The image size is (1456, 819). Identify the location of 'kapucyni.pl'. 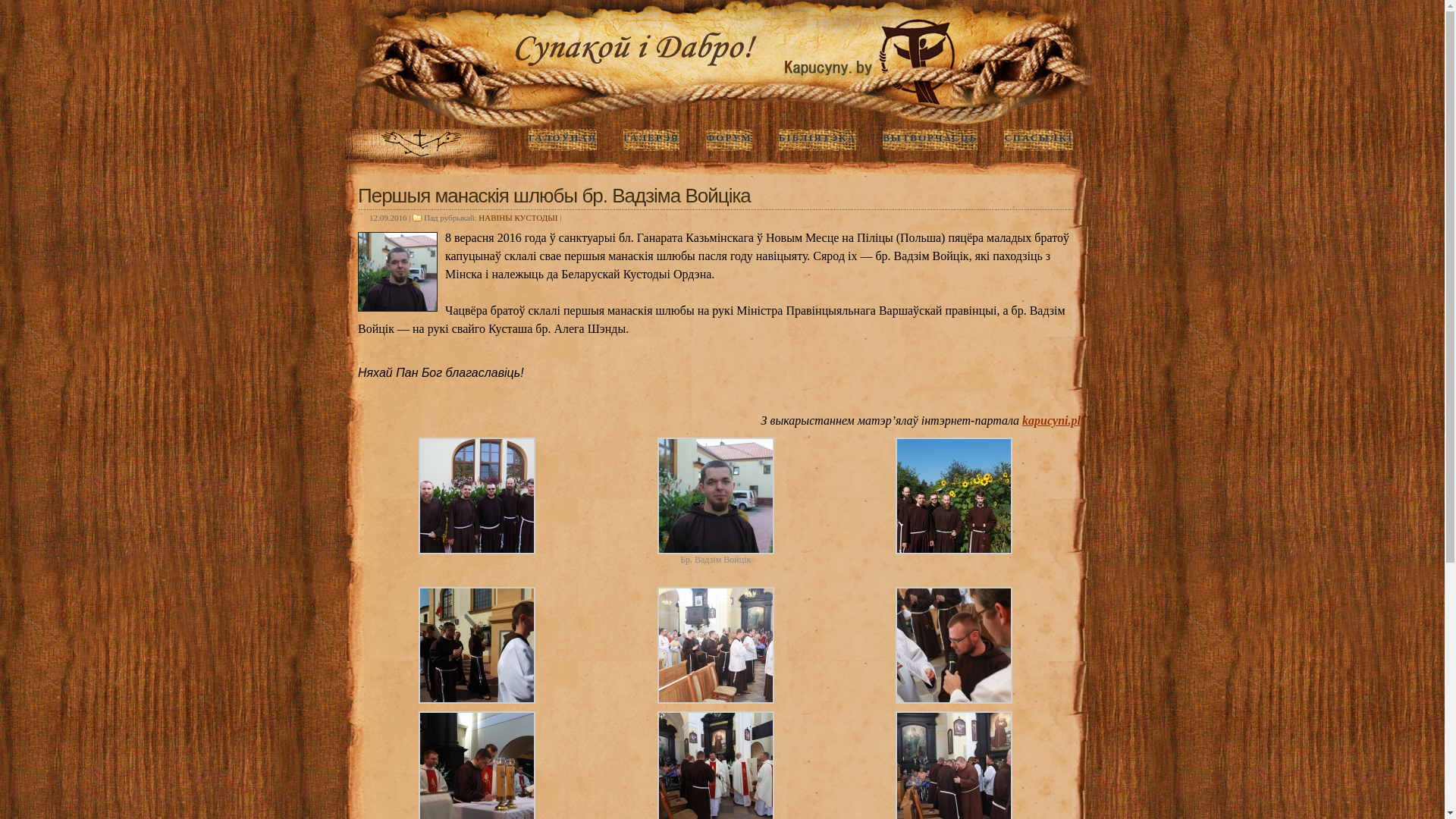
(1050, 420).